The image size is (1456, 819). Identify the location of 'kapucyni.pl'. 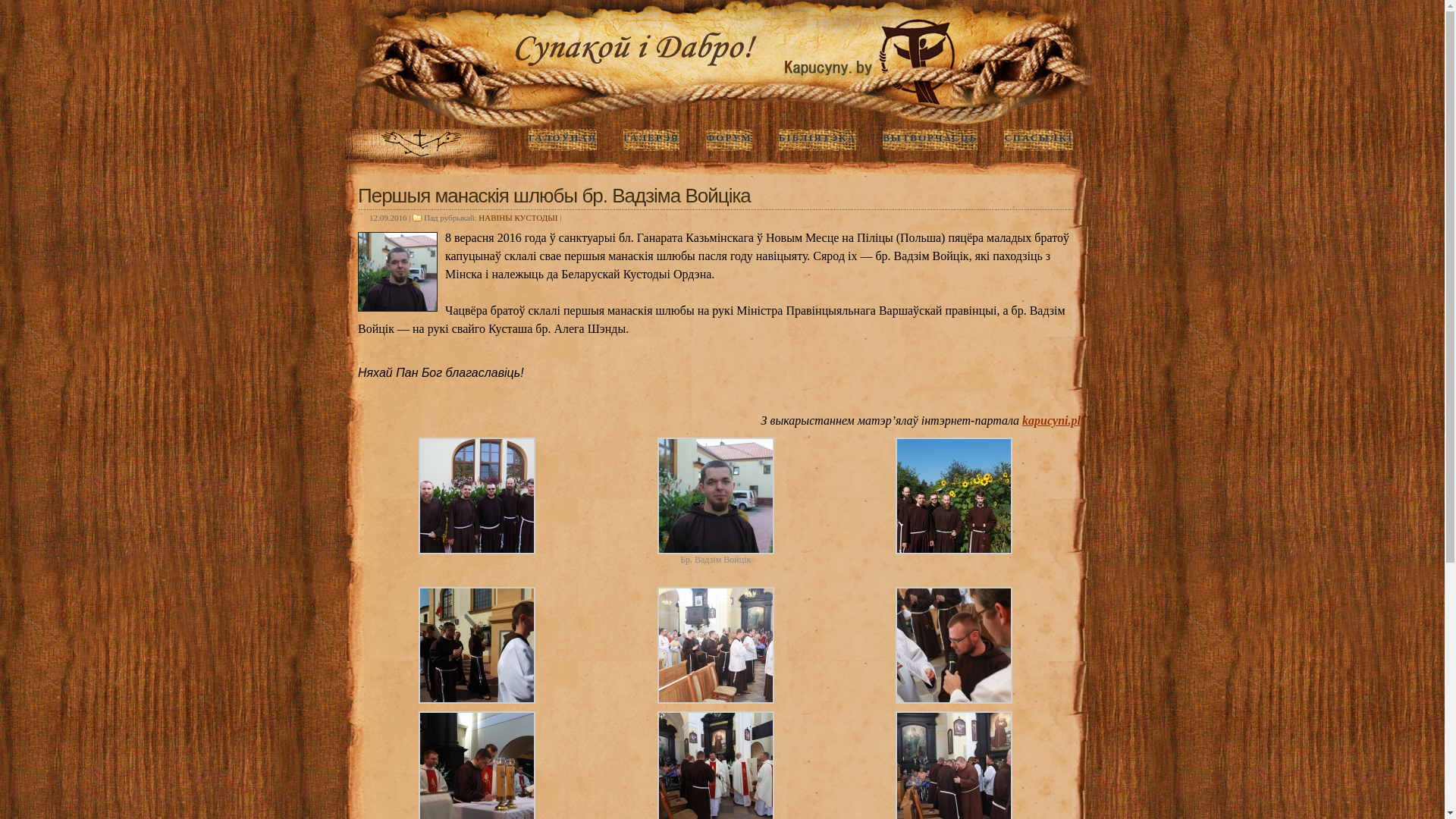
(1050, 420).